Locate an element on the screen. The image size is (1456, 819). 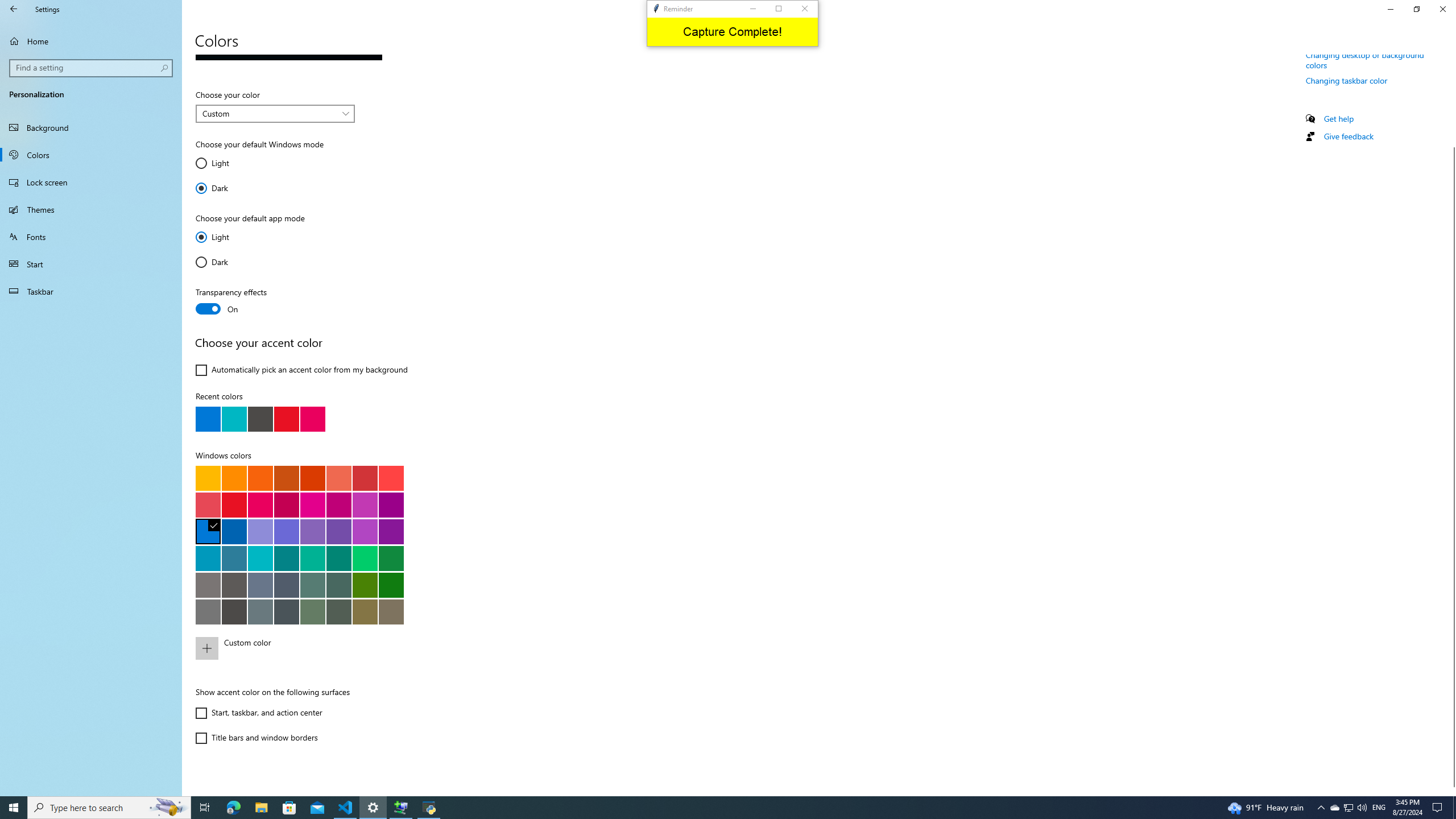
'Cool blue bright' is located at coordinates (208, 557).